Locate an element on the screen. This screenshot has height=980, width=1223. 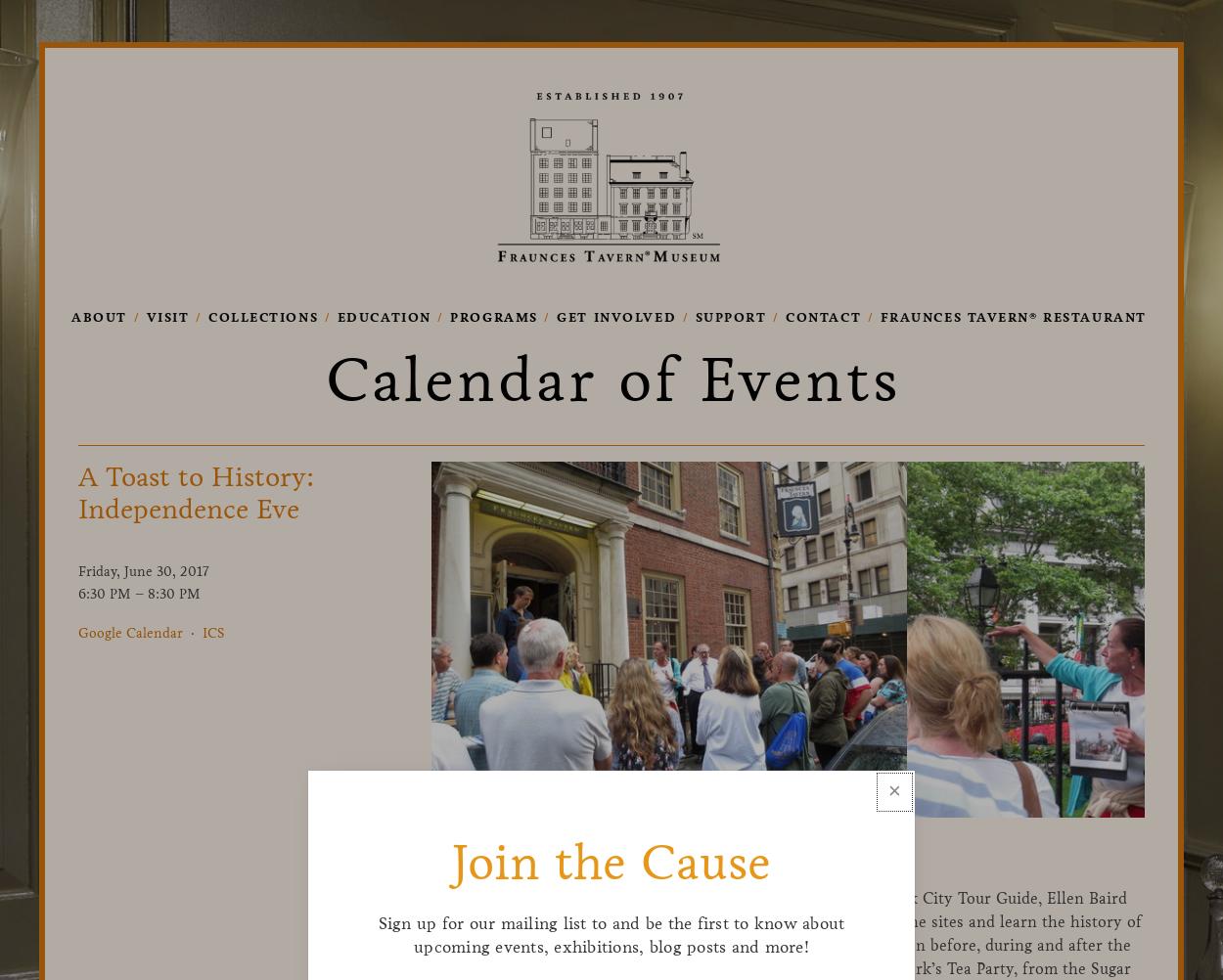
'About' is located at coordinates (98, 316).